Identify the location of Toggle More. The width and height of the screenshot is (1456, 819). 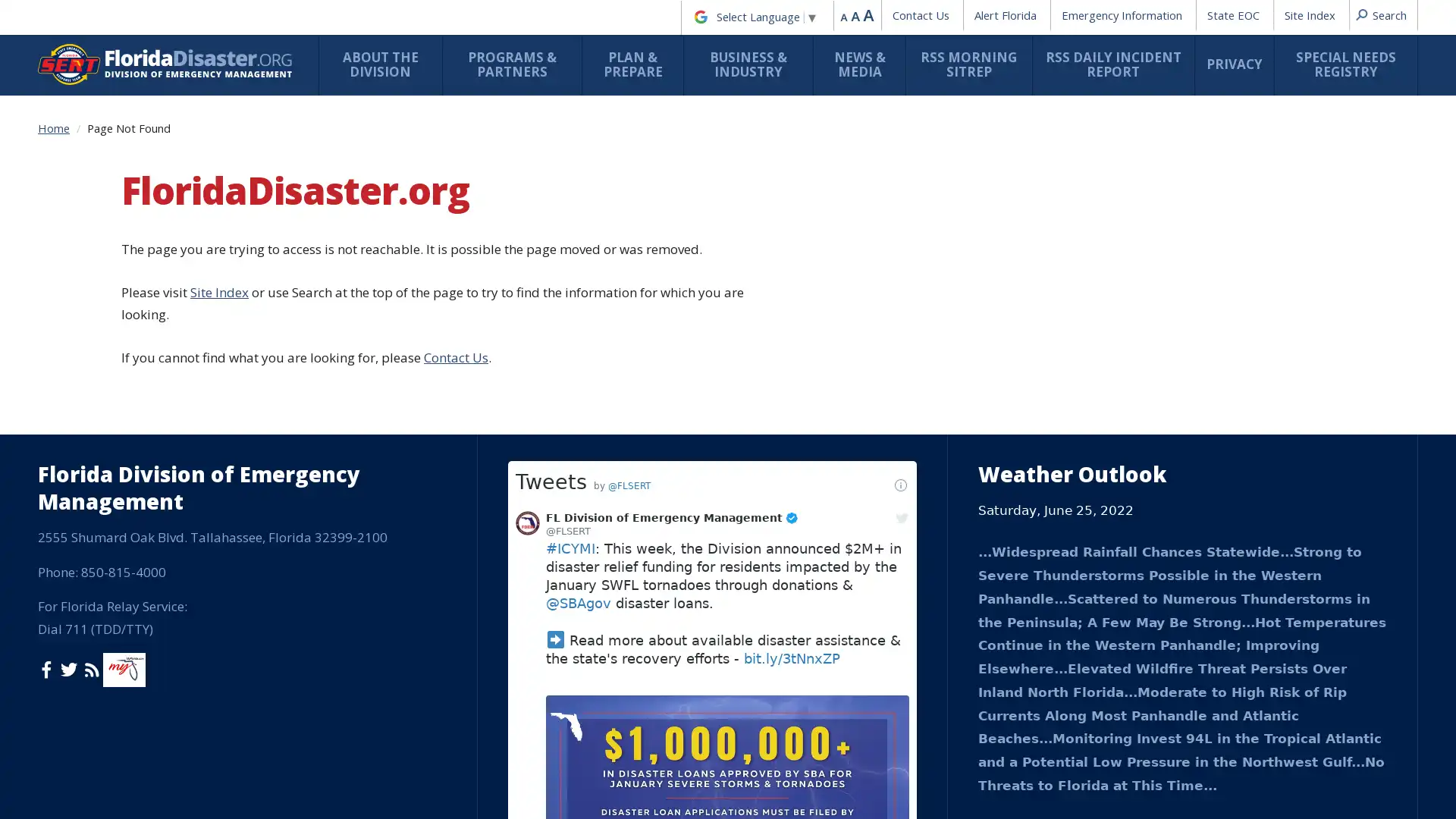
(607, 236).